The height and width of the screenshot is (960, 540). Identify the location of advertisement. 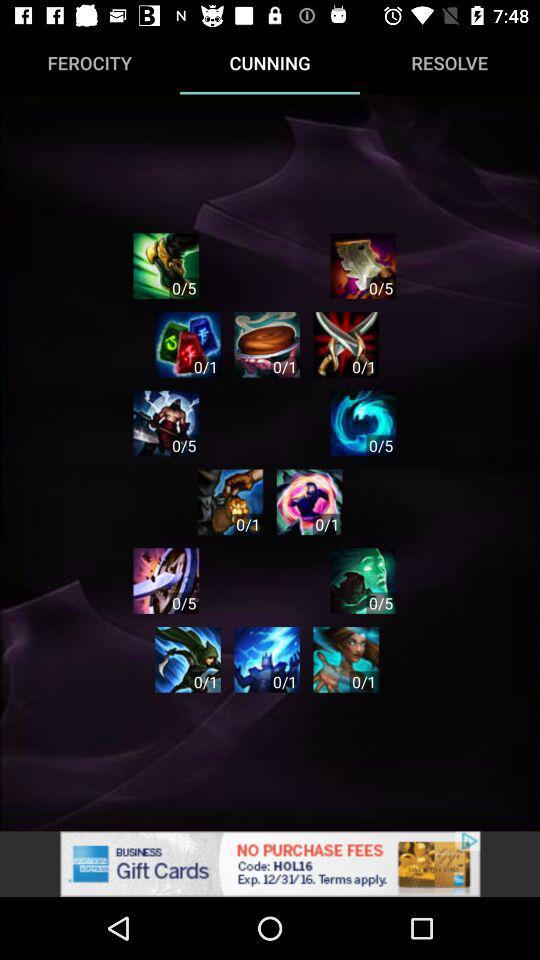
(270, 863).